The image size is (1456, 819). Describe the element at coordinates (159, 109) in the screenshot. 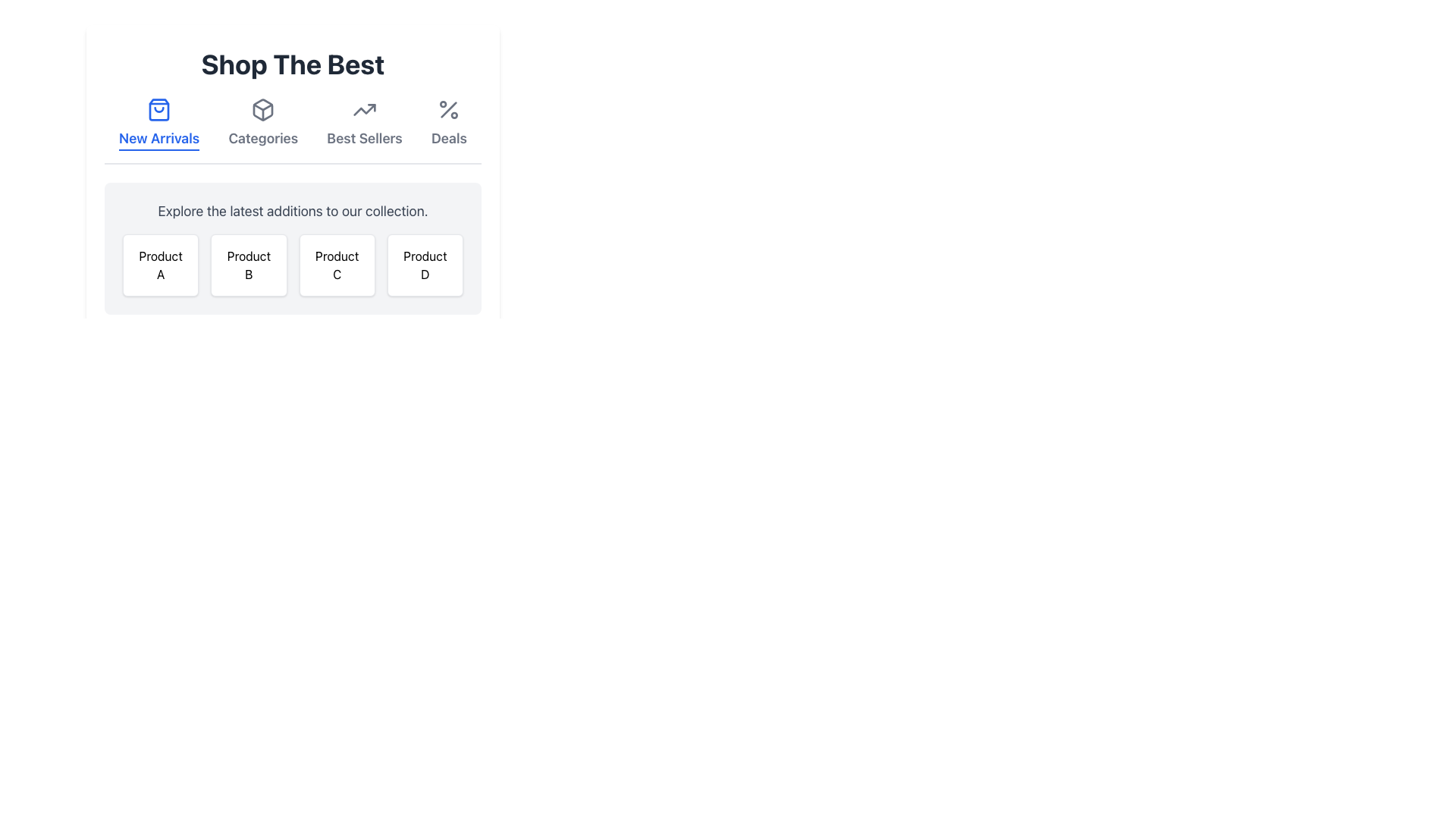

I see `the blue shopping bag icon located in the upper-left segment of the interface, directly above the 'New Arrivals' label` at that location.